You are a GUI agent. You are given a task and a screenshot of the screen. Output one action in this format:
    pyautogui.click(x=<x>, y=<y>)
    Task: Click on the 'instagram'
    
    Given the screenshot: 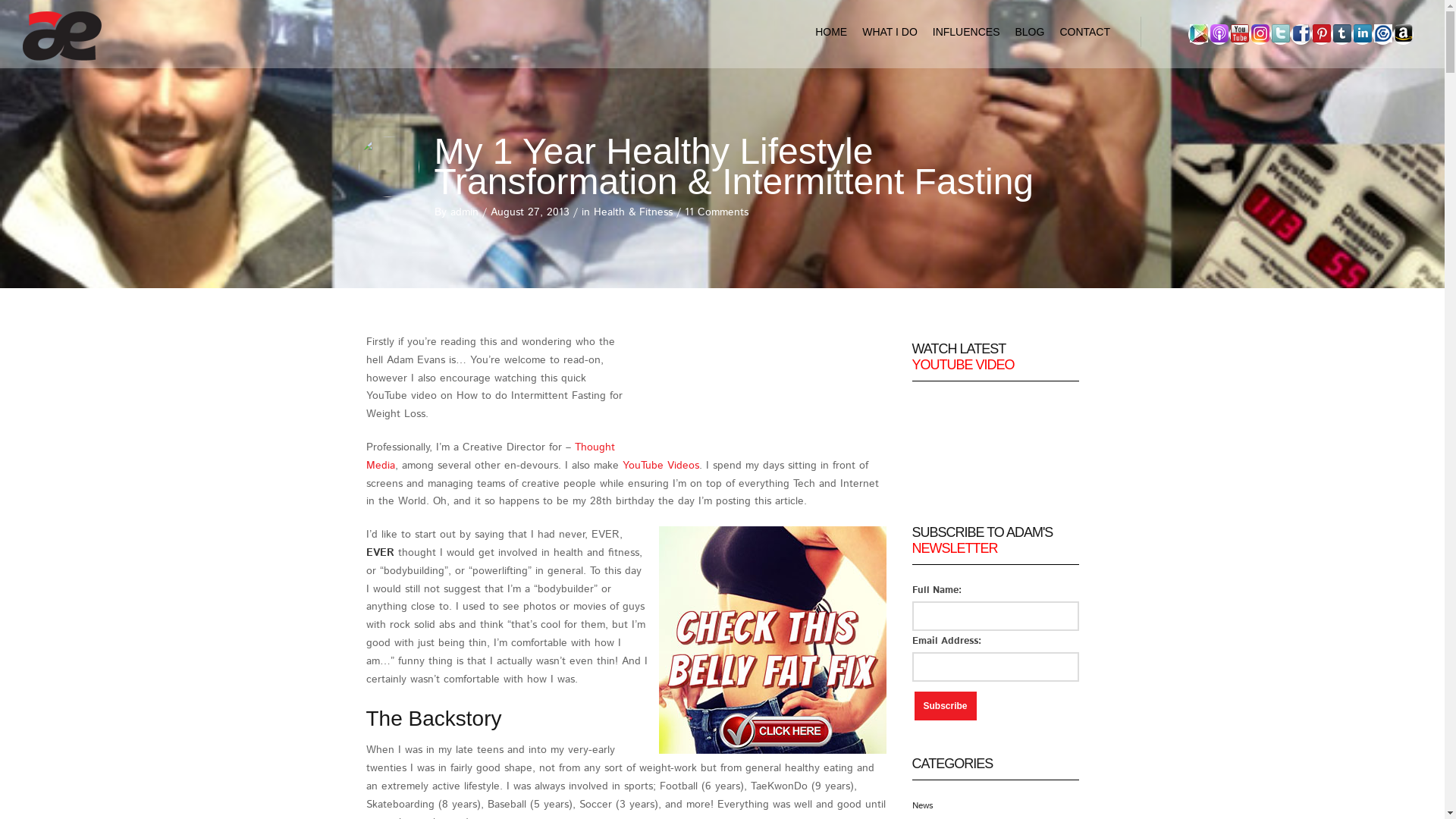 What is the action you would take?
    pyautogui.click(x=1260, y=34)
    